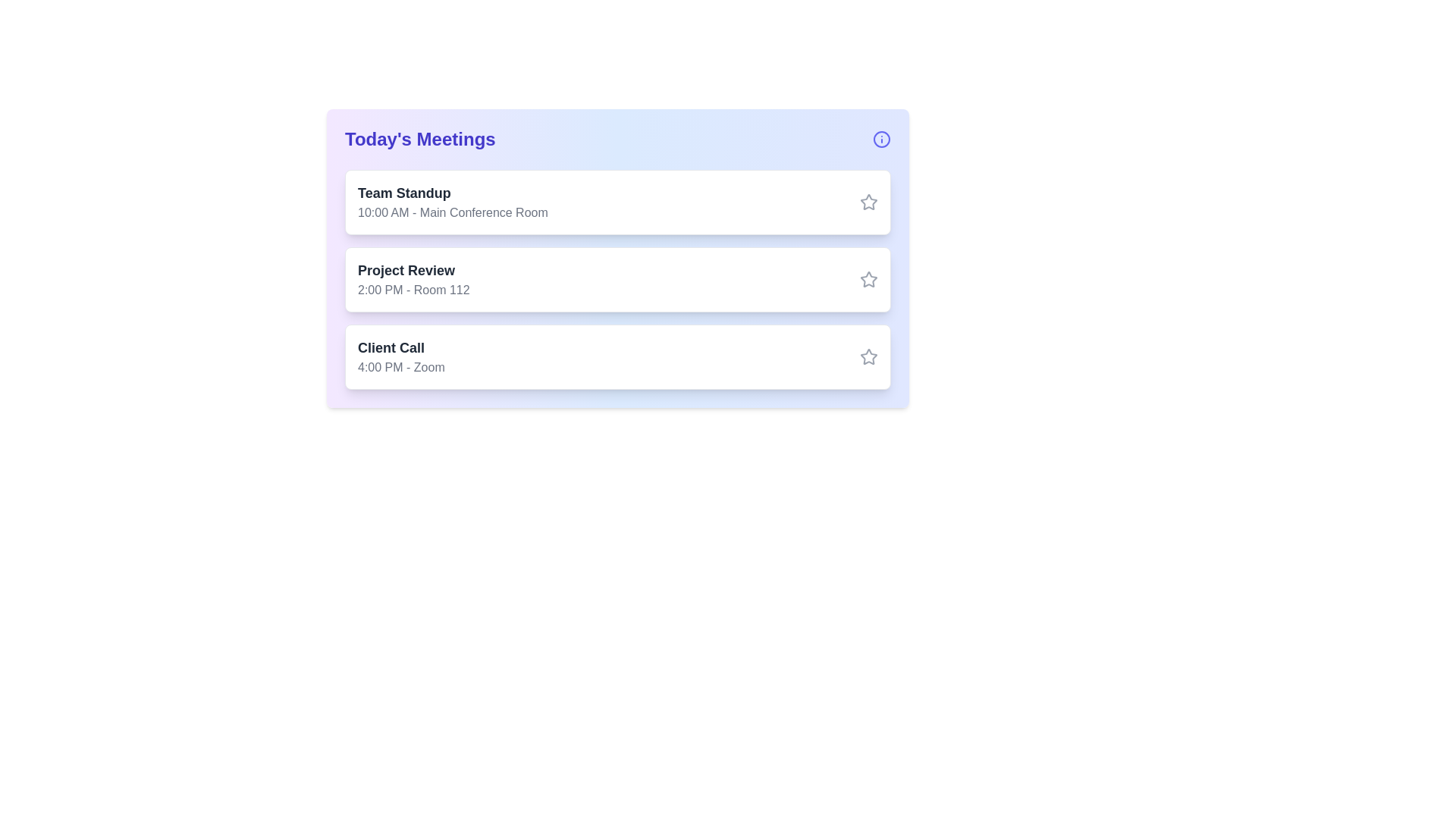 The image size is (1456, 819). Describe the element at coordinates (413, 290) in the screenshot. I see `the text label displaying '2:00 PM - Room 112' in gray font, which is located beneath the 'Project Review' title in the meeting schedule list` at that location.